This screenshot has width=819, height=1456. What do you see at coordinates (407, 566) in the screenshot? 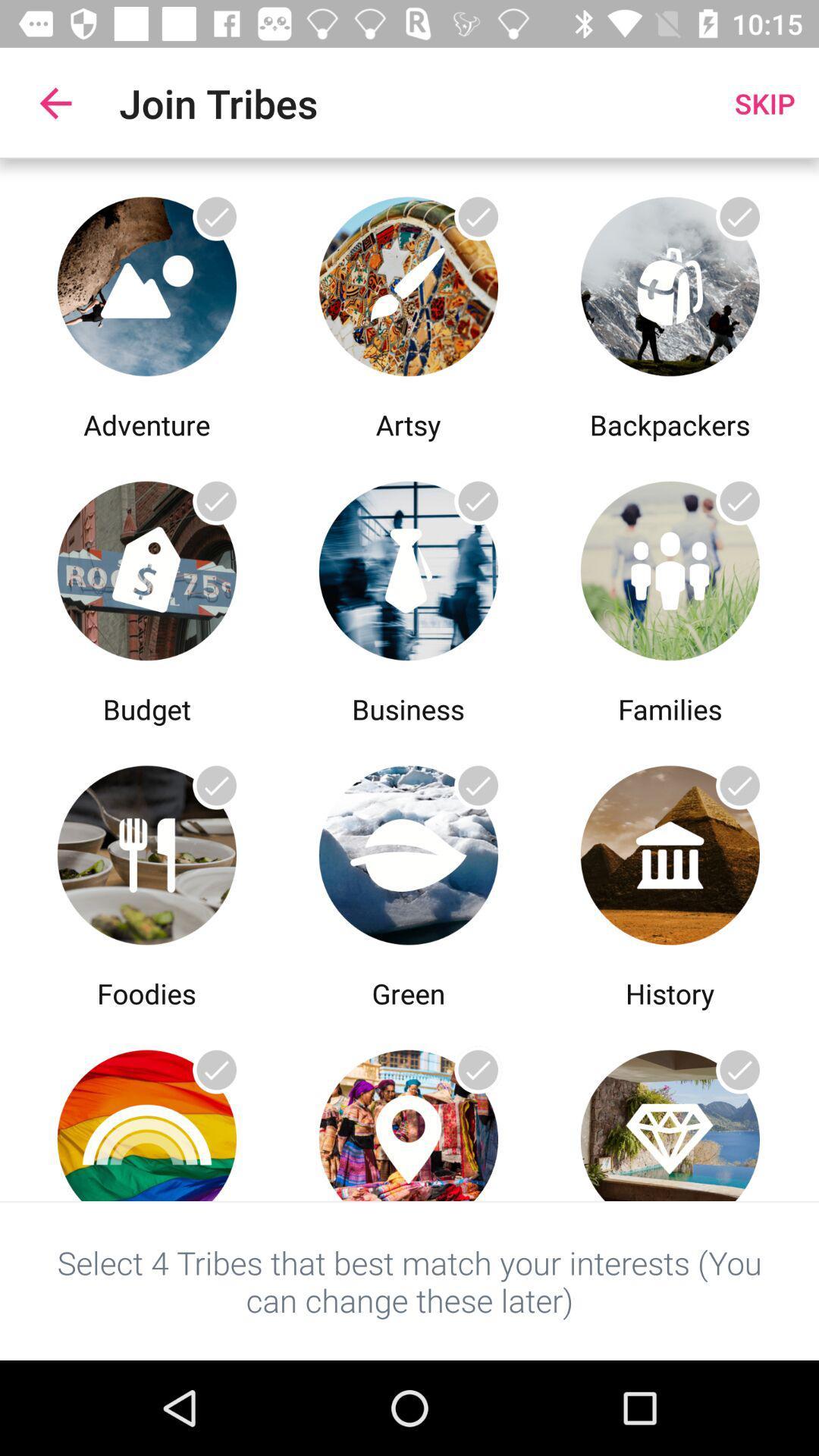
I see `the business tribe page` at bounding box center [407, 566].